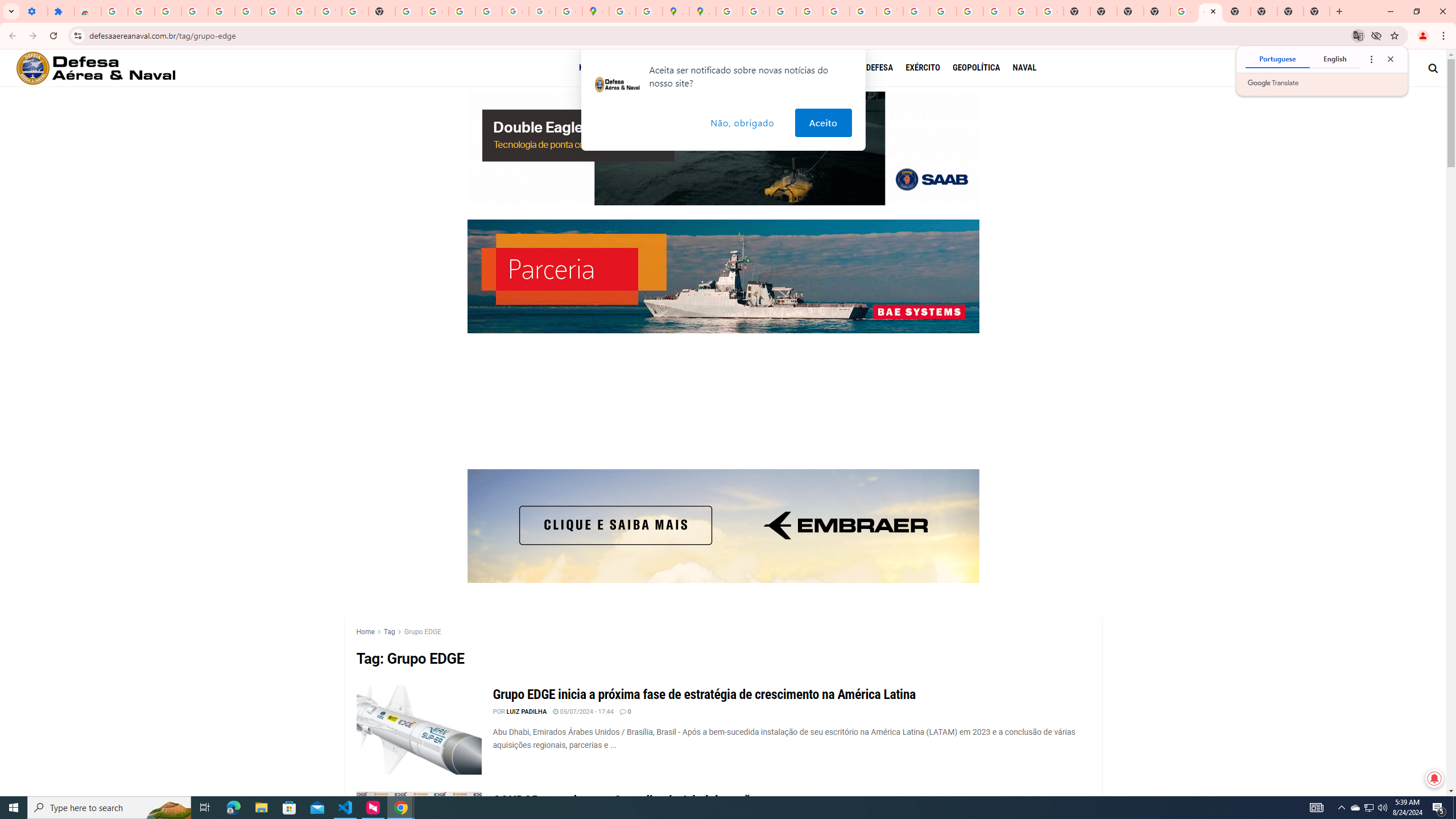  What do you see at coordinates (526, 712) in the screenshot?
I see `'LUIZ PADILHA'` at bounding box center [526, 712].